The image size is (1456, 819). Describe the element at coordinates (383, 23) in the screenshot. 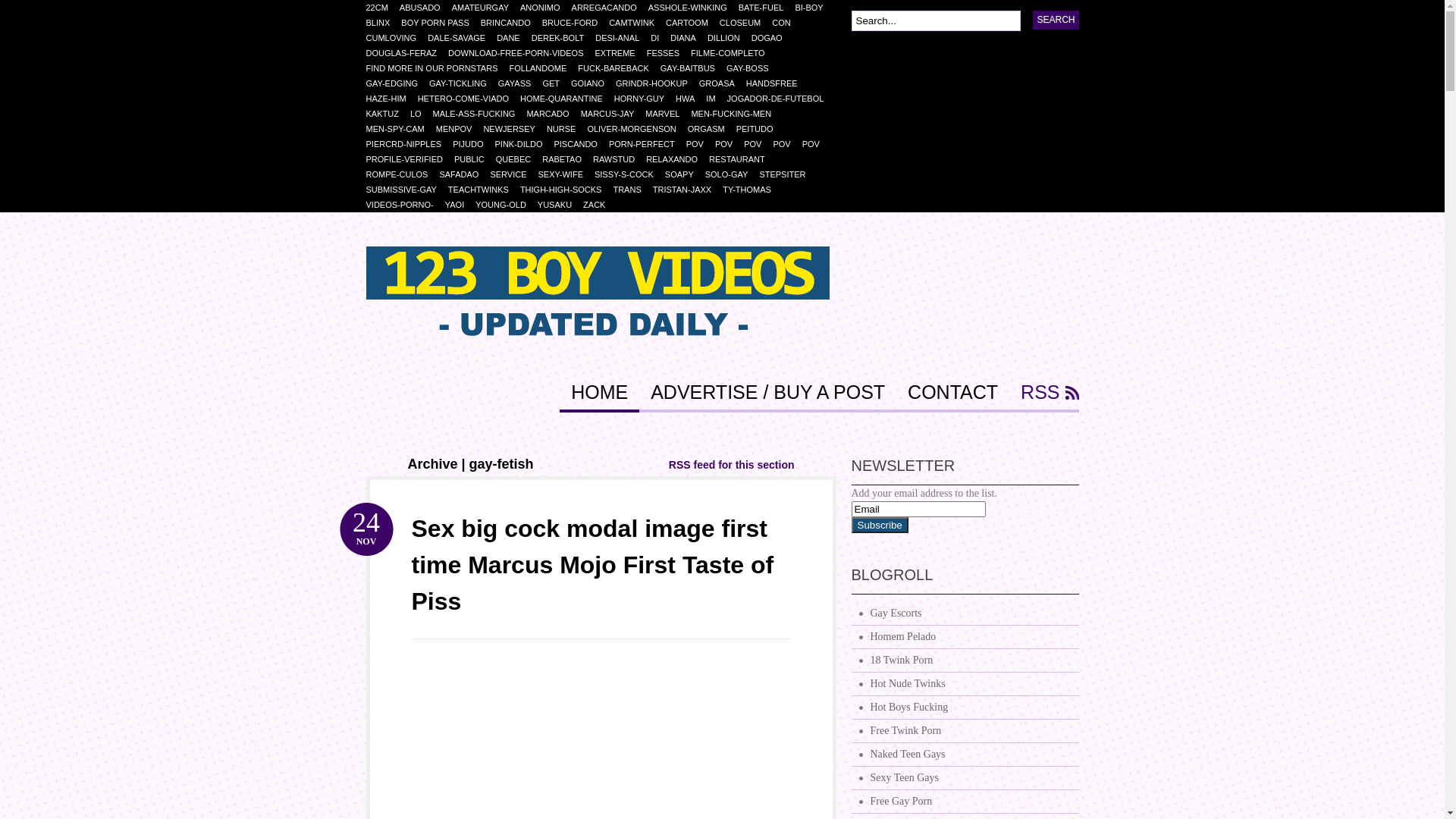

I see `'BLINX'` at that location.